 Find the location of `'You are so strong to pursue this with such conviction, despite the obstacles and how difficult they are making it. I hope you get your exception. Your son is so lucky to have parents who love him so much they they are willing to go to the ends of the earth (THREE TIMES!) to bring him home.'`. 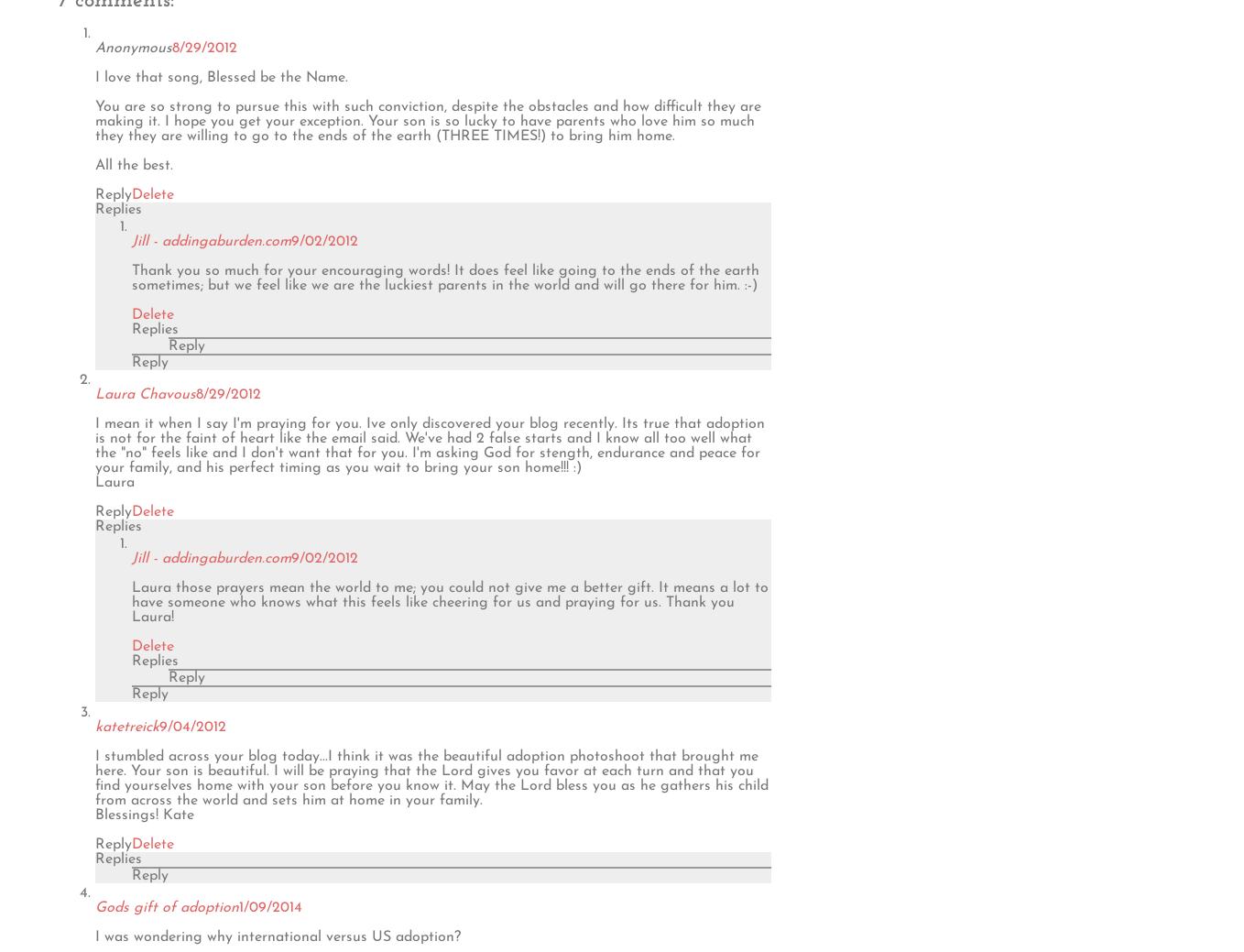

'You are so strong to pursue this with such conviction, despite the obstacles and how difficult they are making it. I hope you get your exception. Your son is so lucky to have parents who love him so much they they are willing to go to the ends of the earth (THREE TIMES!) to bring him home.' is located at coordinates (428, 119).